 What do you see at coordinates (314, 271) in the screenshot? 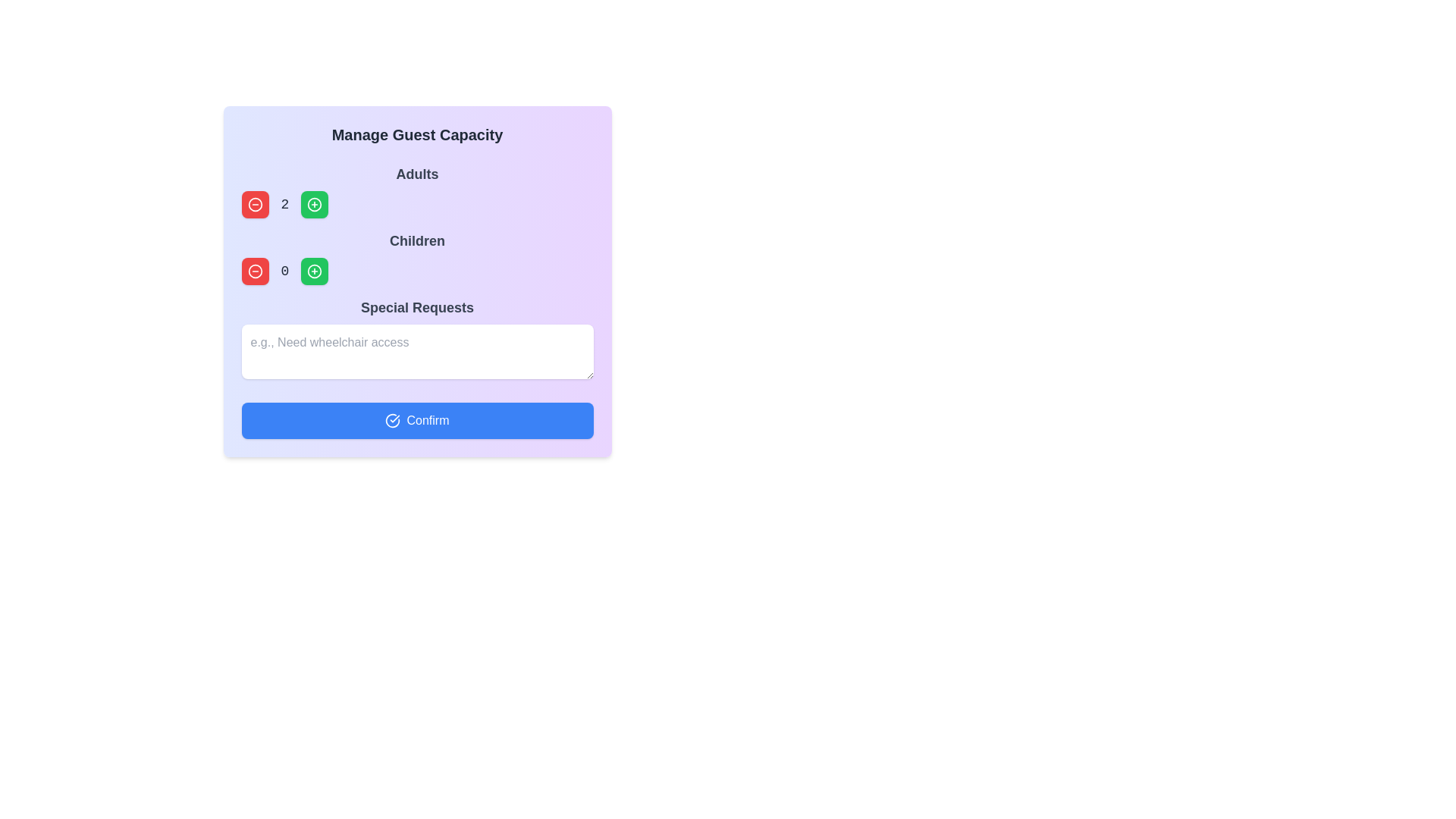
I see `the circular green icon with a white '+' symbol, which is part of the guest count controls` at bounding box center [314, 271].